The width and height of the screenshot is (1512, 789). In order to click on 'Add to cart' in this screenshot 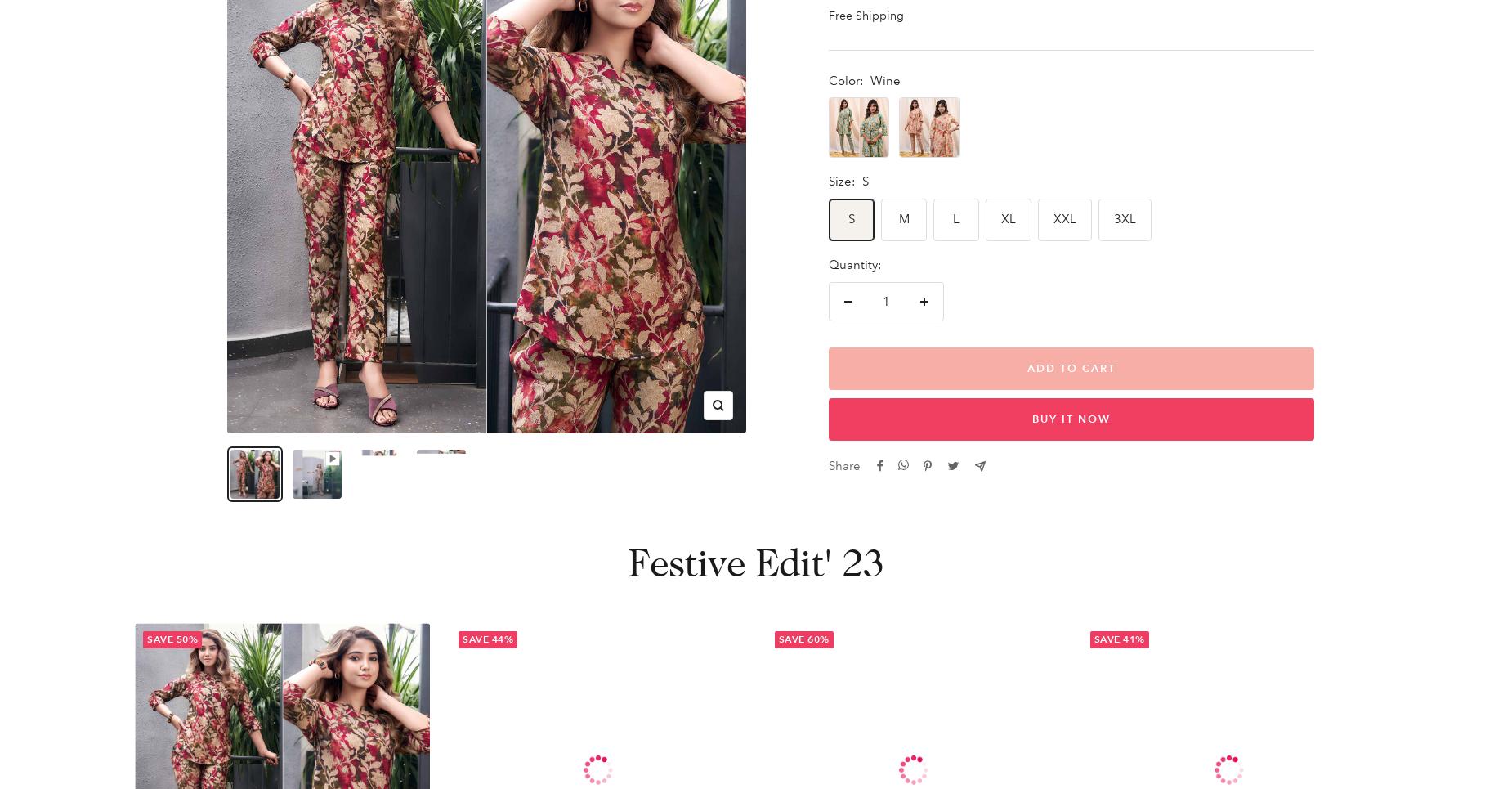, I will do `click(1070, 368)`.